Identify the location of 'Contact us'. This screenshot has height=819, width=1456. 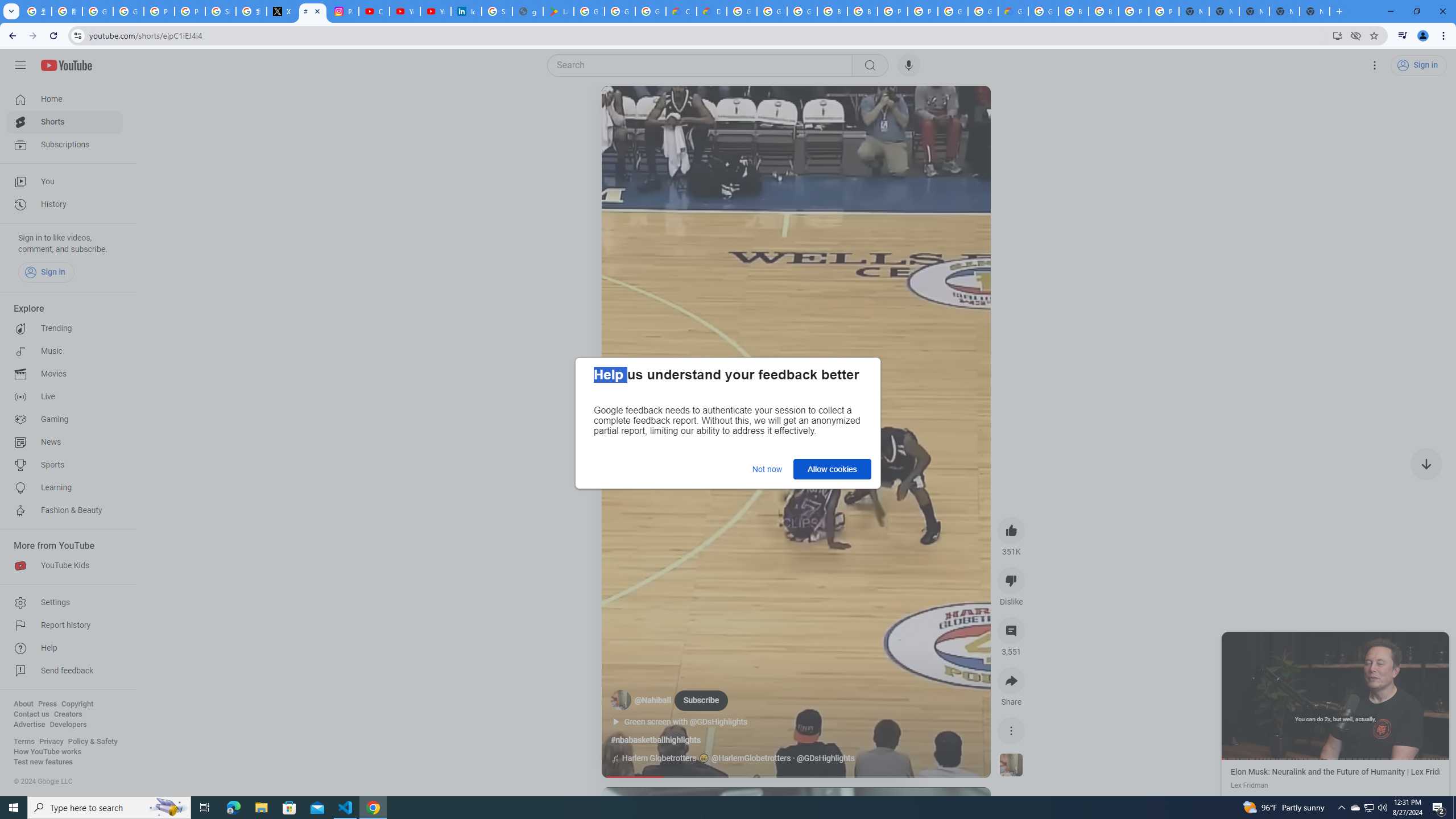
(31, 714).